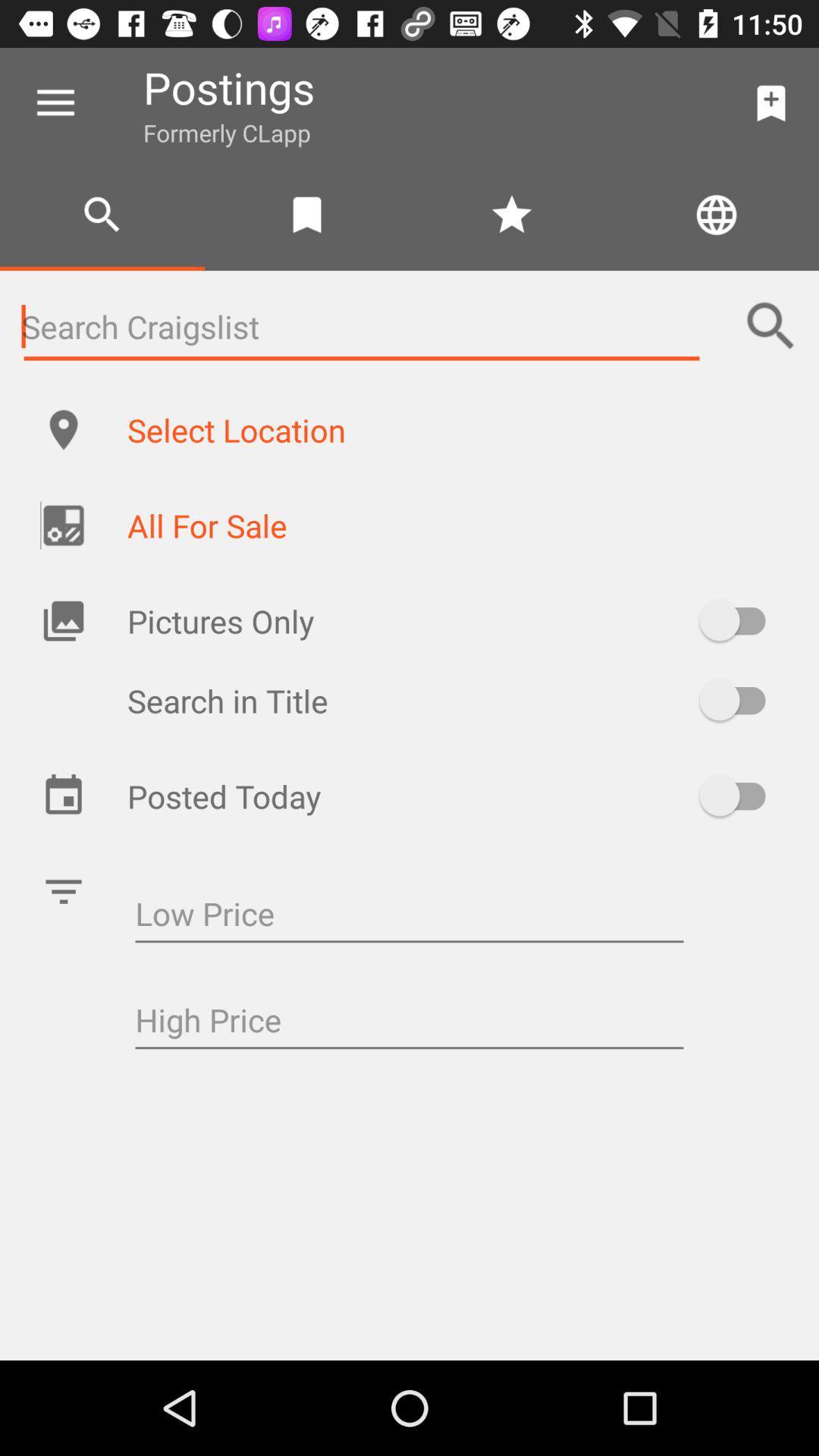 Image resolution: width=819 pixels, height=1456 pixels. Describe the element at coordinates (362, 325) in the screenshot. I see `search craigslist postings` at that location.